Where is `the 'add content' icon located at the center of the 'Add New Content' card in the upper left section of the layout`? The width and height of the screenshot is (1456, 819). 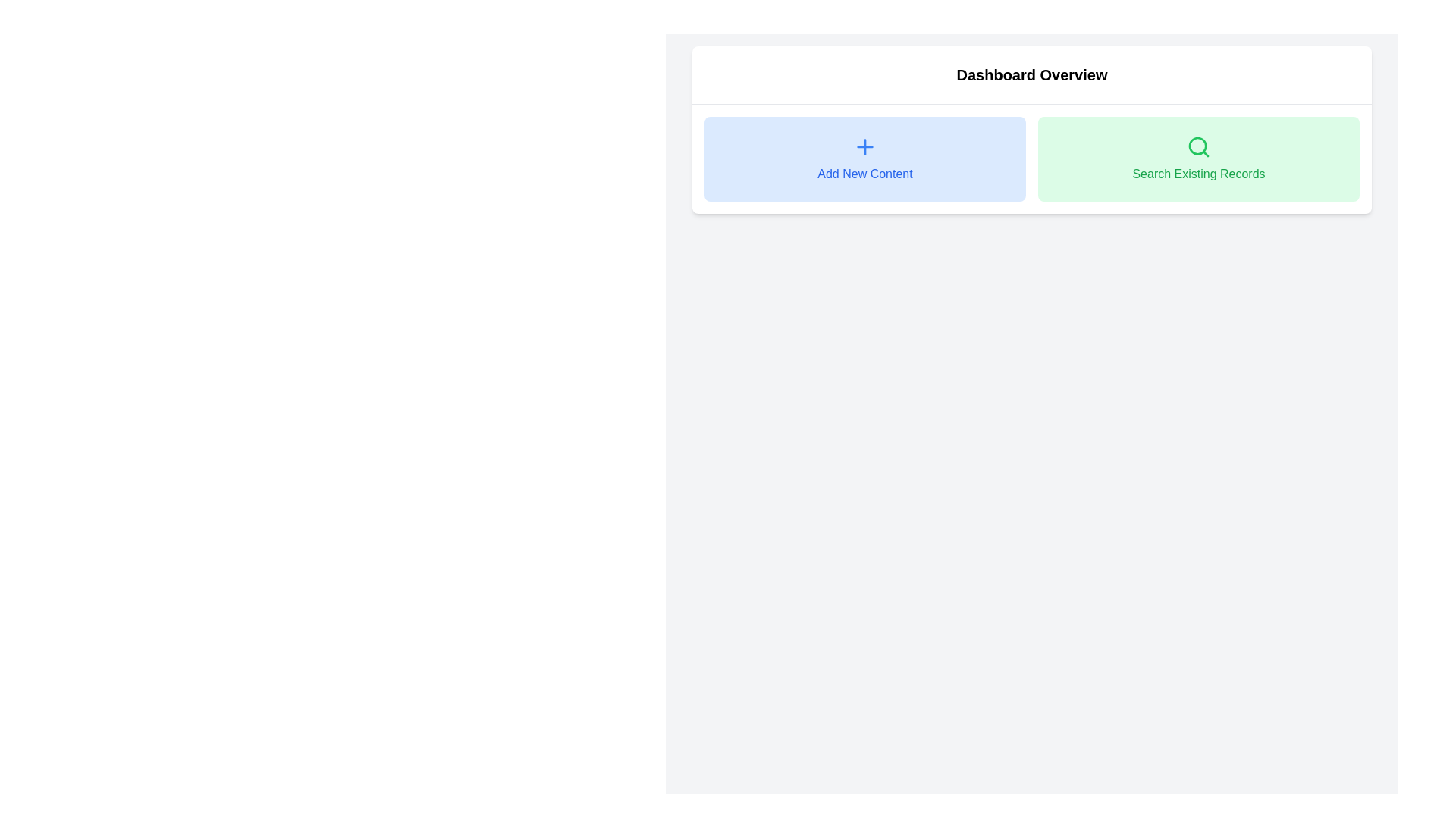
the 'add content' icon located at the center of the 'Add New Content' card in the upper left section of the layout is located at coordinates (865, 146).